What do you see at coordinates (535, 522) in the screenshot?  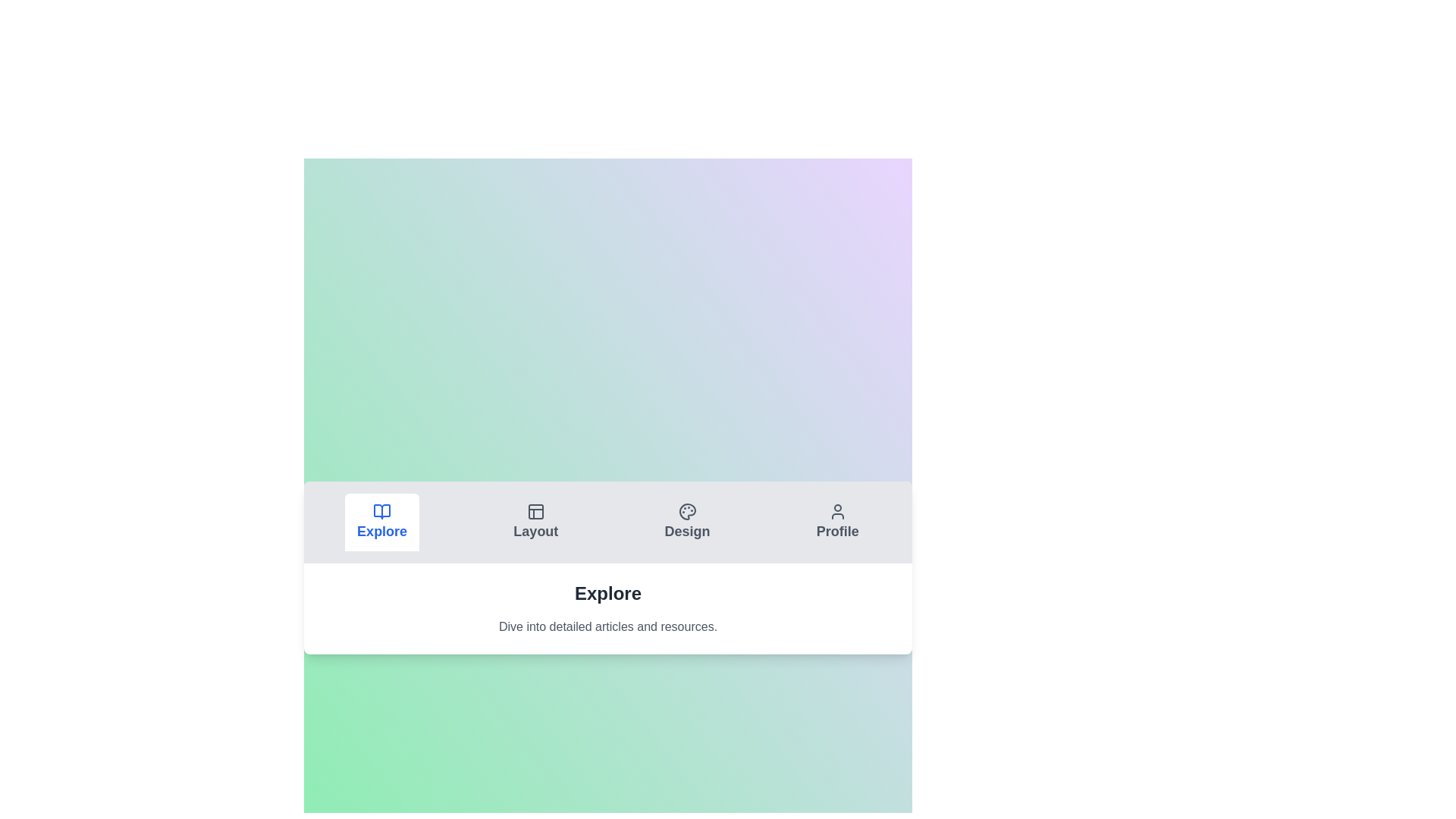 I see `the Layout tab by clicking on it` at bounding box center [535, 522].